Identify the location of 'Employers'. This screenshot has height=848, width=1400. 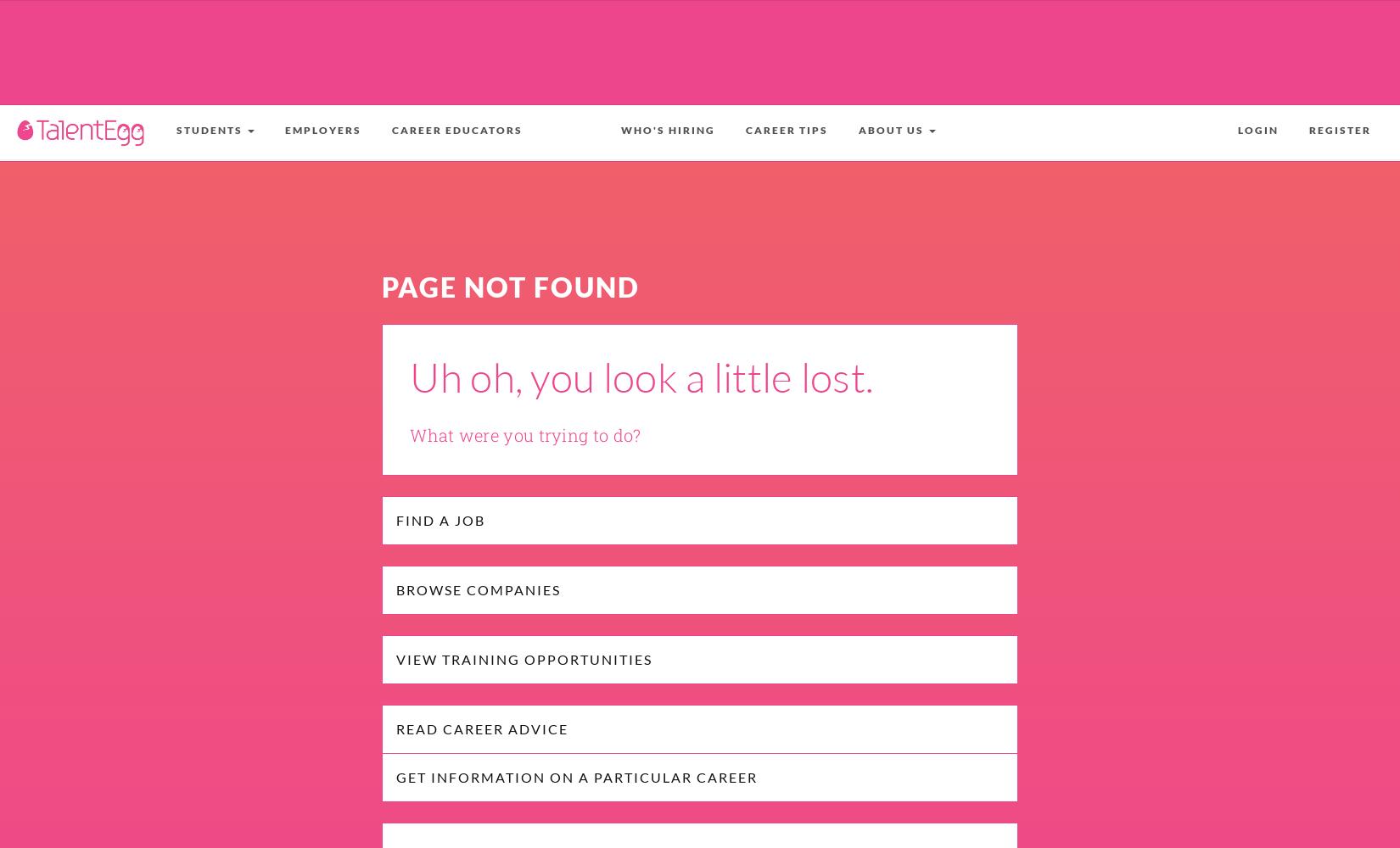
(322, 130).